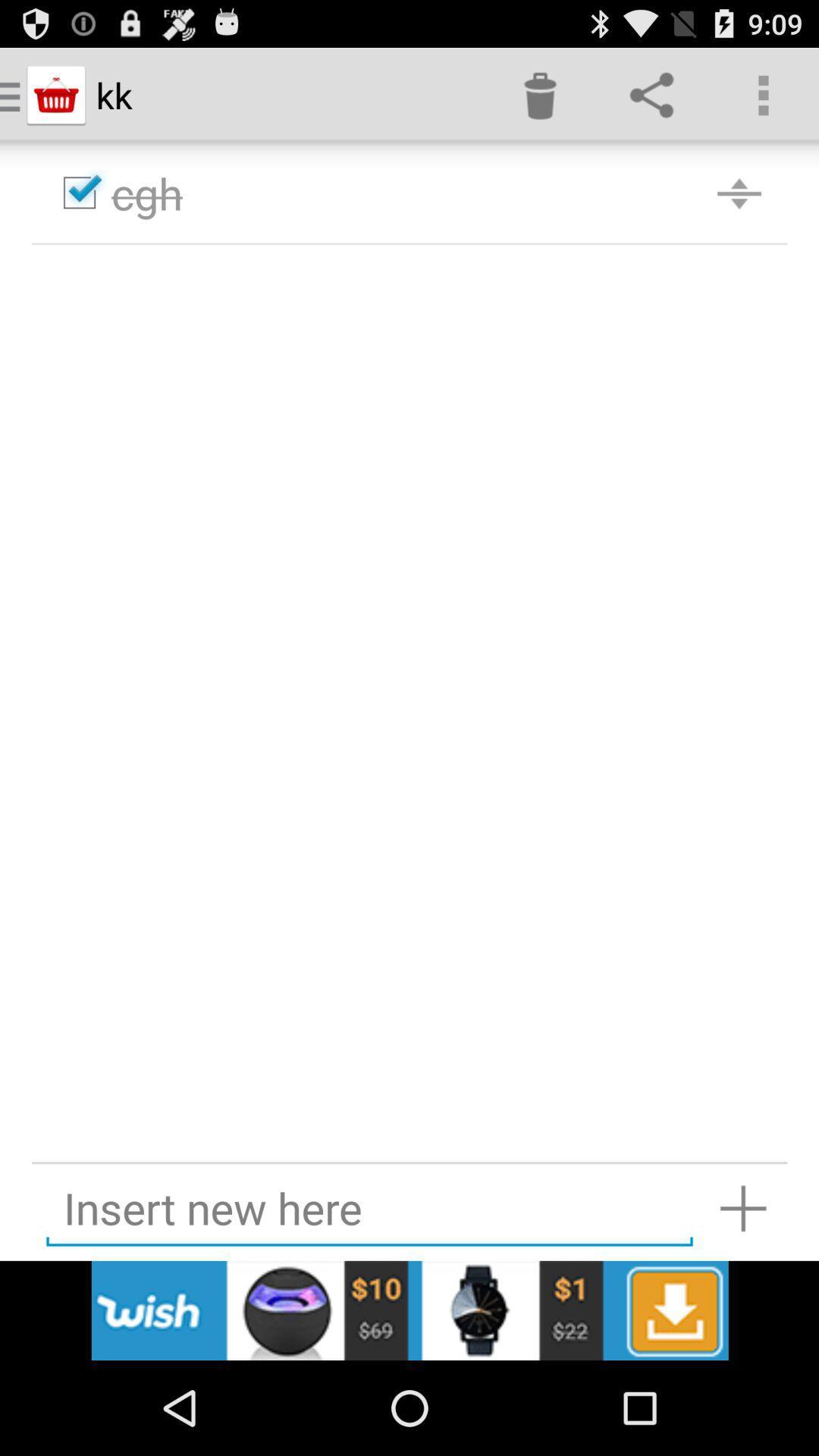 This screenshot has height=1456, width=819. Describe the element at coordinates (369, 1207) in the screenshot. I see `textbox` at that location.